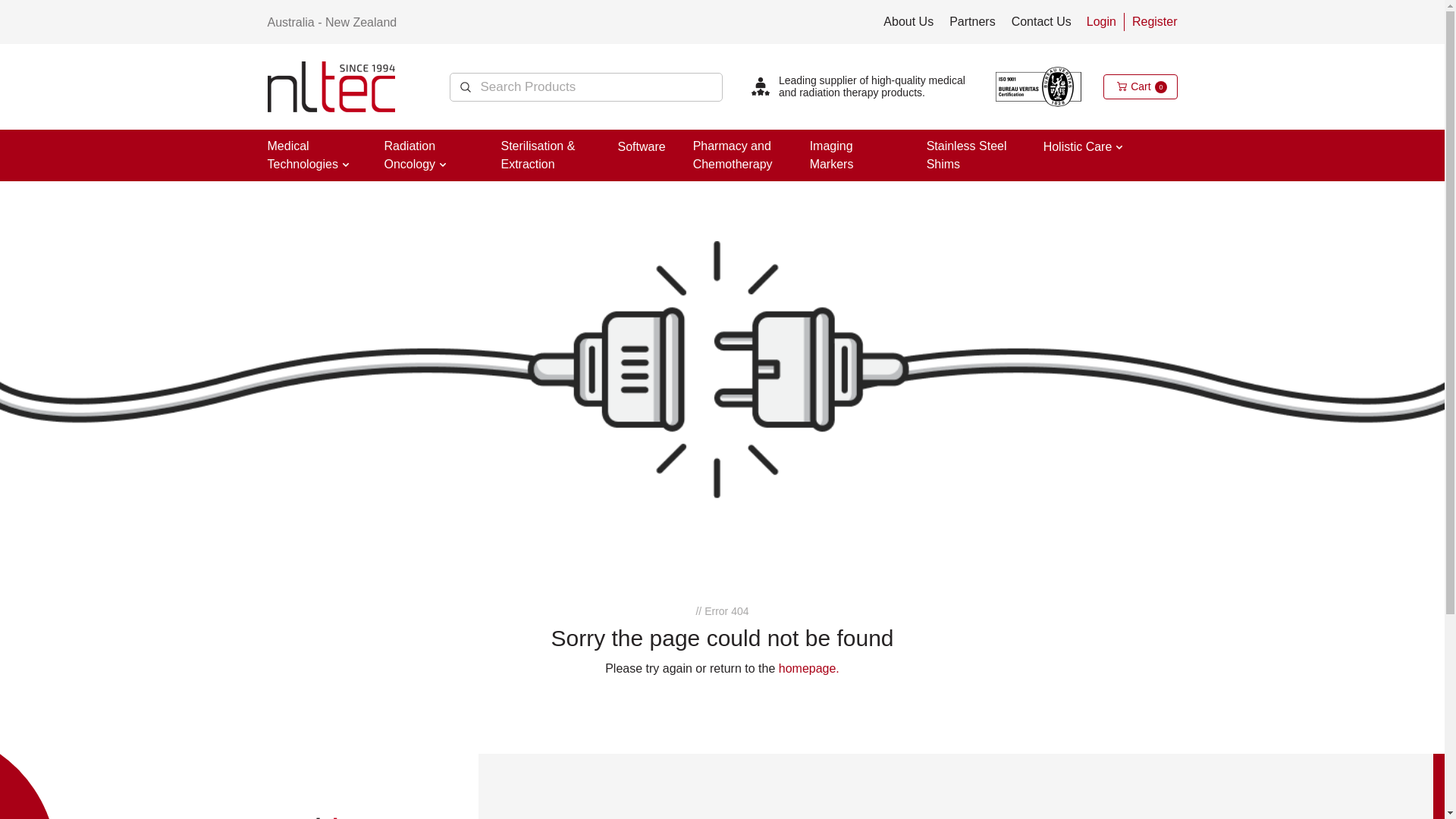  What do you see at coordinates (641, 146) in the screenshot?
I see `'Software'` at bounding box center [641, 146].